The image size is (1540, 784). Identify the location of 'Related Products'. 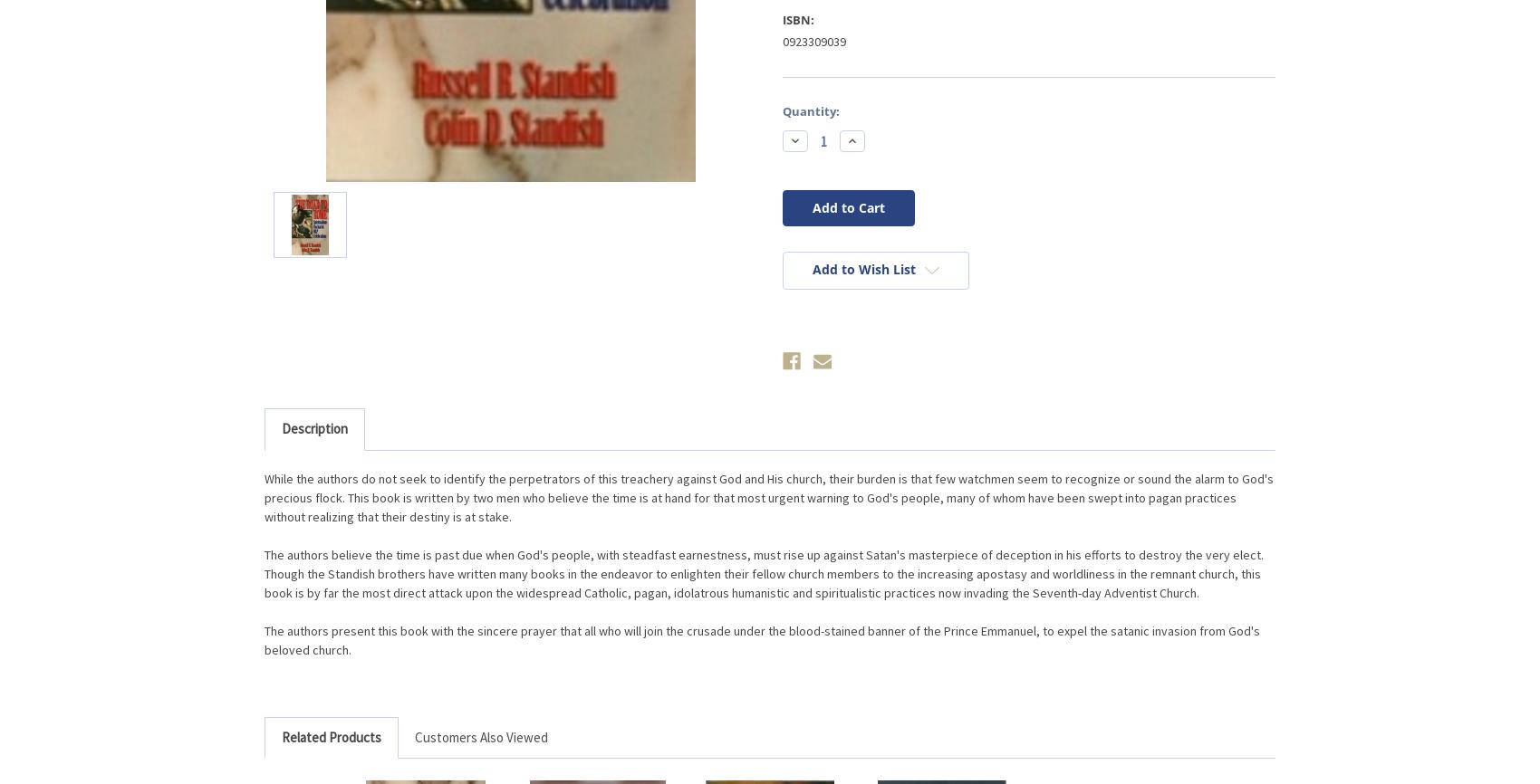
(329, 735).